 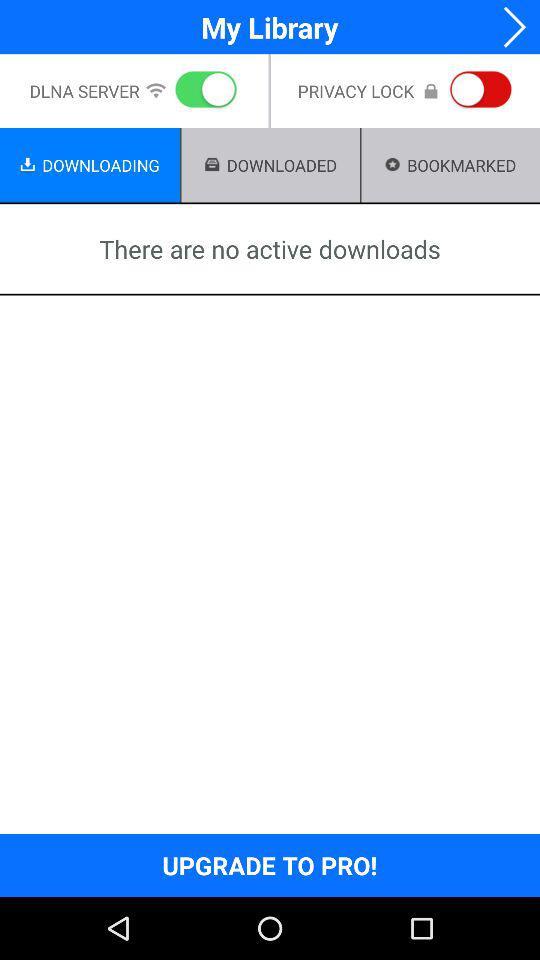 What do you see at coordinates (508, 28) in the screenshot?
I see `the arrow_forward icon` at bounding box center [508, 28].